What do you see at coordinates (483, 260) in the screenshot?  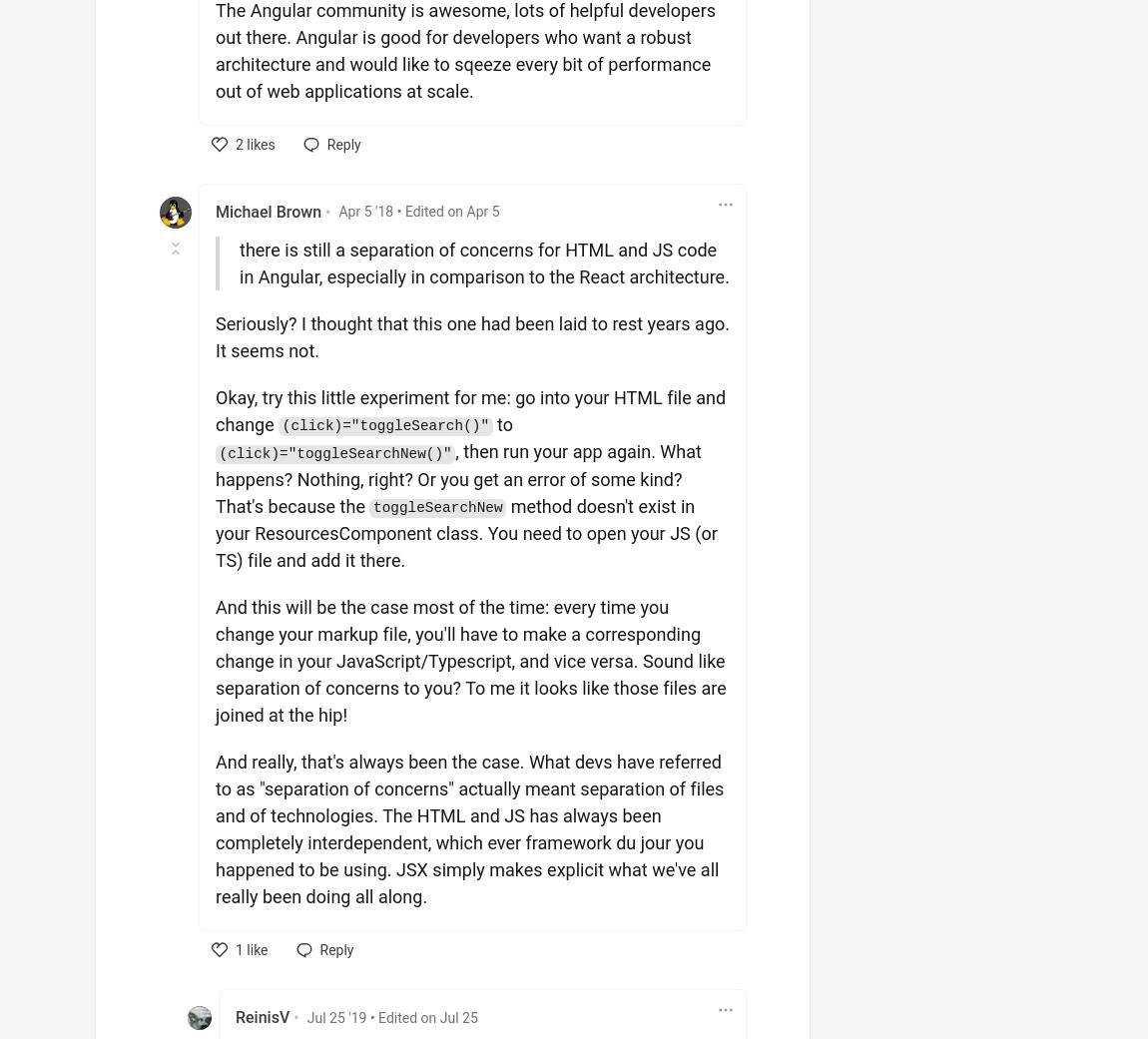 I see `'there is still a separation of concerns for HTML and JS code in Angular, especially in comparison to the React architecture.'` at bounding box center [483, 260].